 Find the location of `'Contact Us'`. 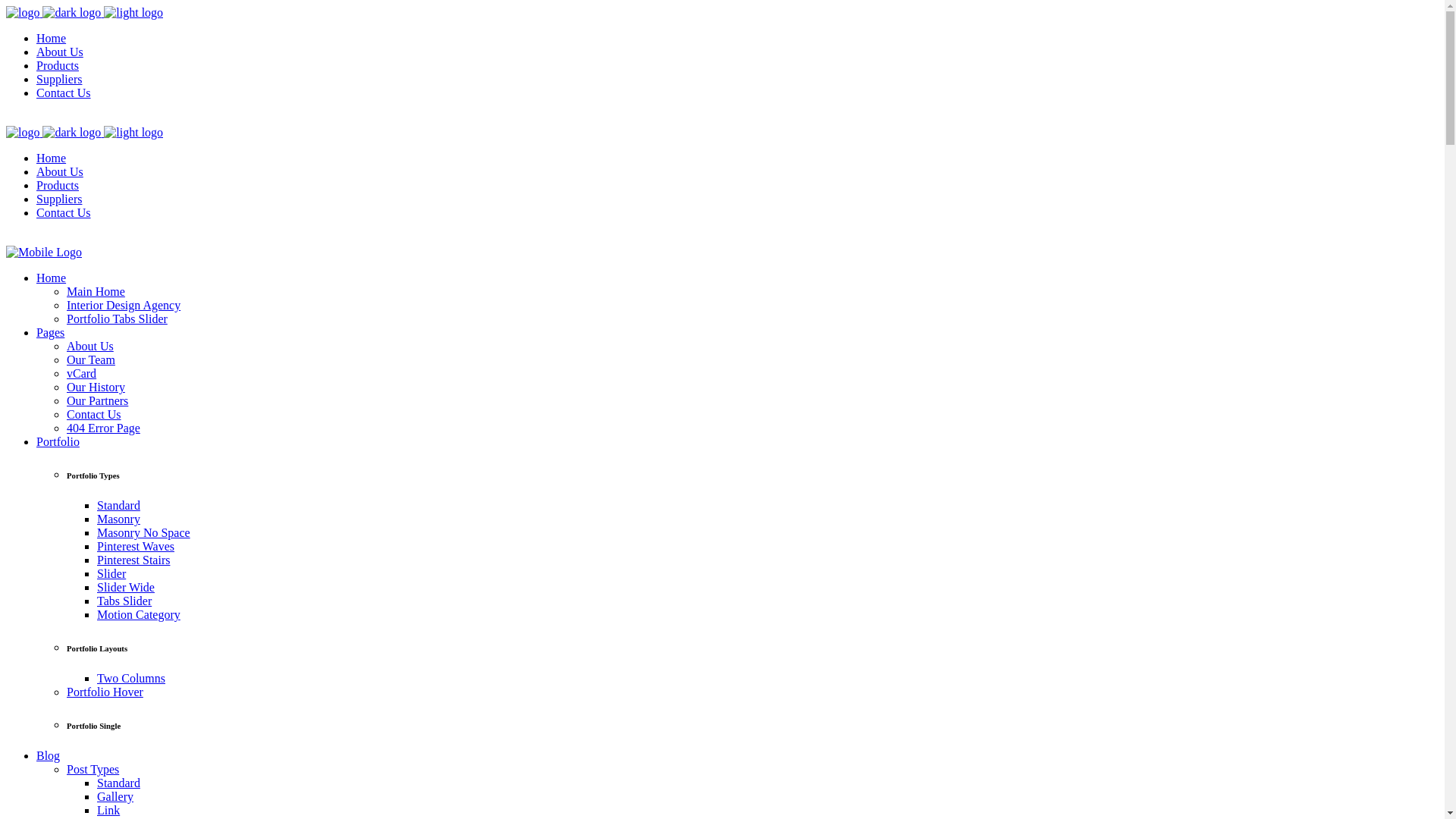

'Contact Us' is located at coordinates (93, 414).